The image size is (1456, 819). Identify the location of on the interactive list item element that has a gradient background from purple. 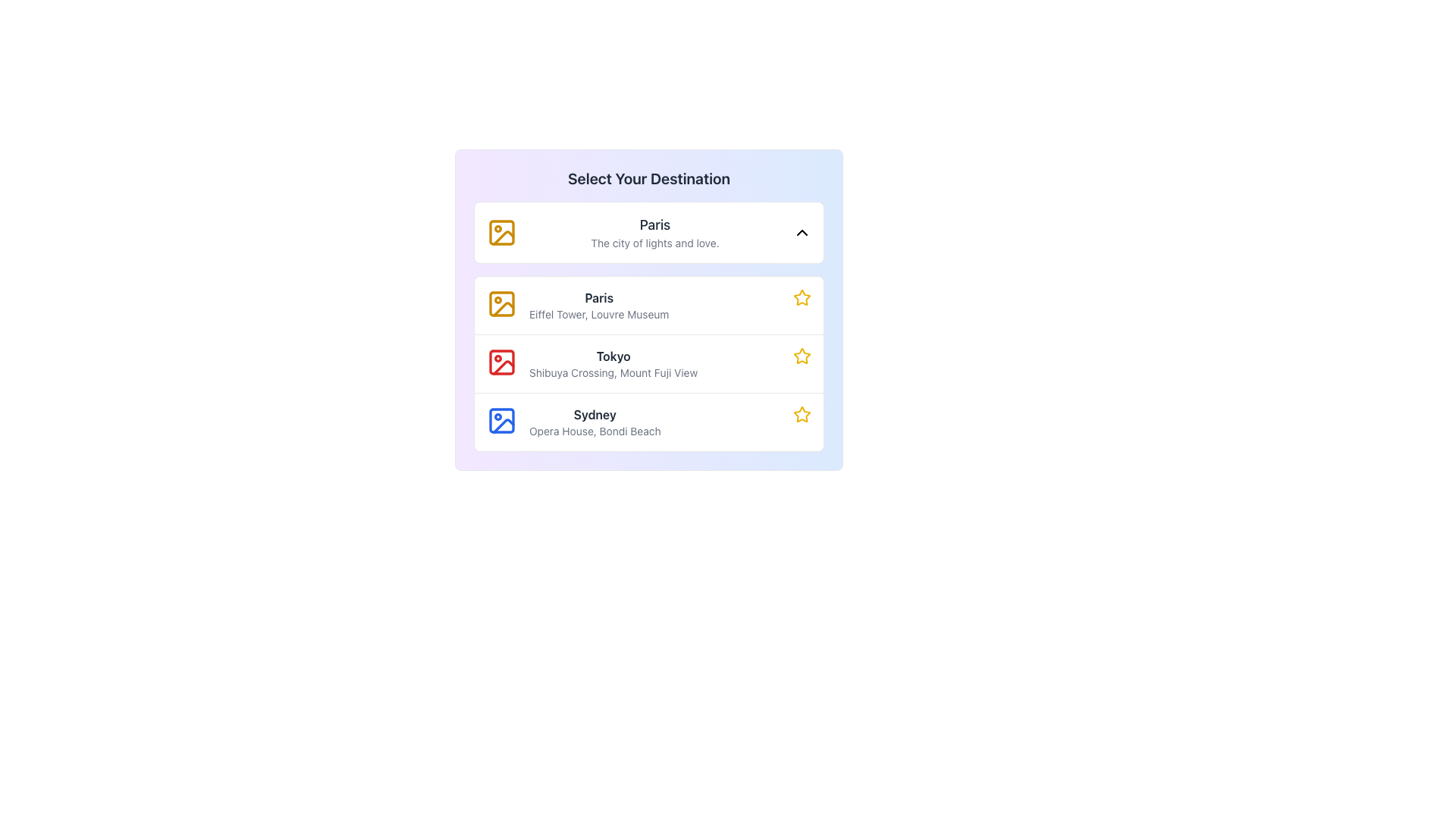
(648, 309).